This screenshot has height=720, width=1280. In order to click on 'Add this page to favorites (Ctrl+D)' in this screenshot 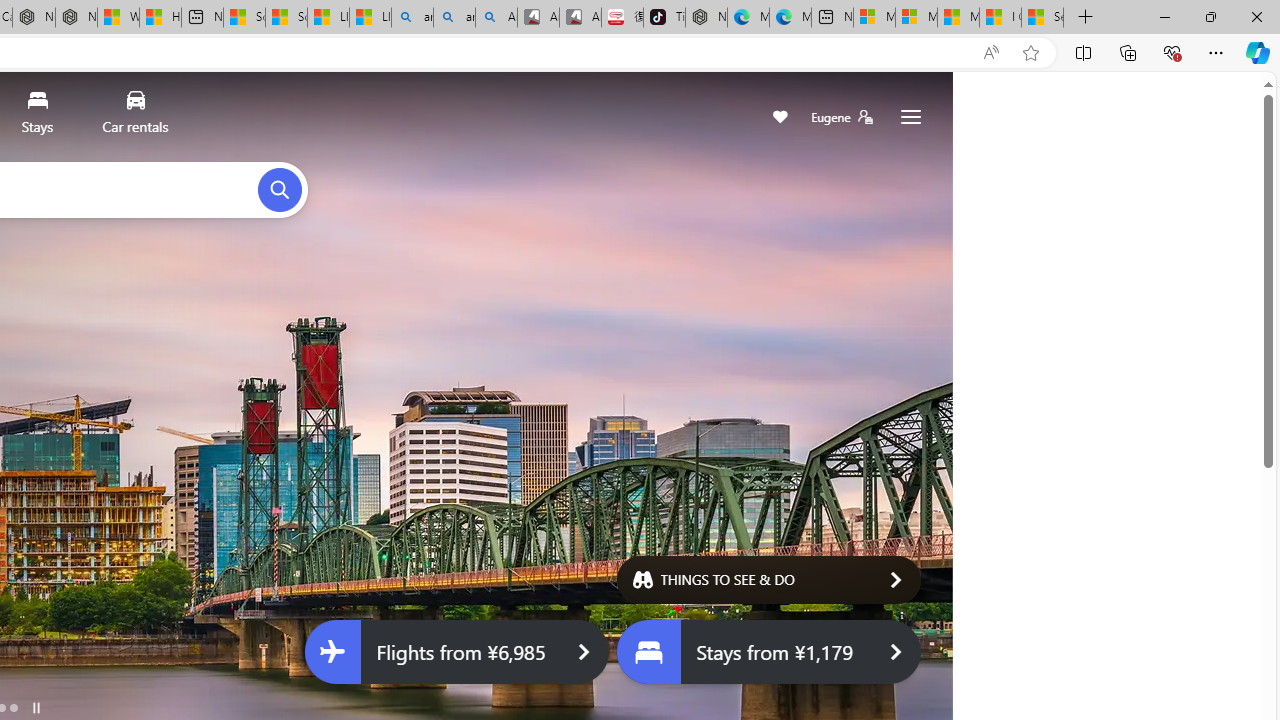, I will do `click(1031, 52)`.